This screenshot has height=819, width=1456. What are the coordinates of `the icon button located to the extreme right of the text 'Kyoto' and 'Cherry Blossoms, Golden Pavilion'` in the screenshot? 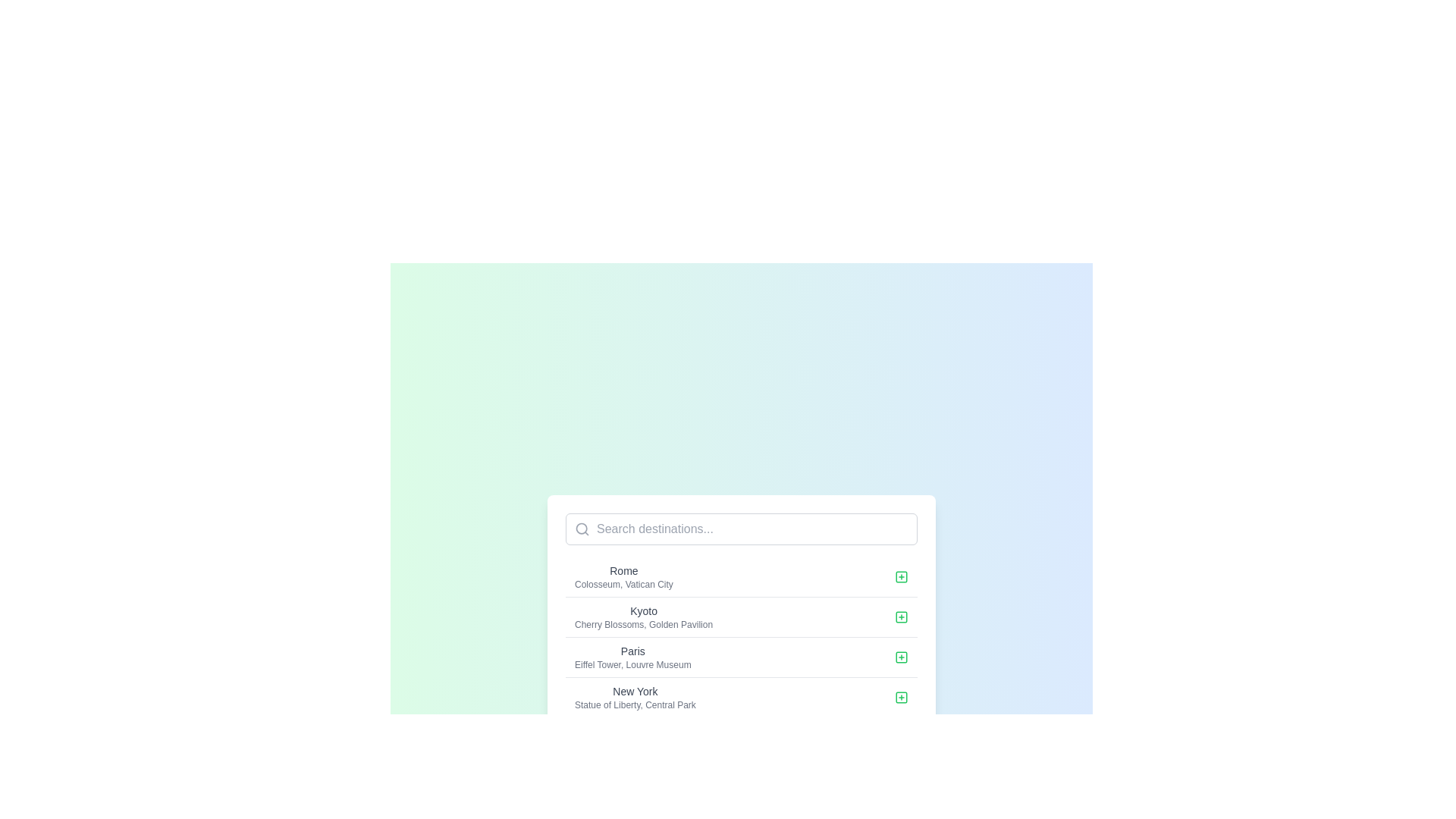 It's located at (902, 617).